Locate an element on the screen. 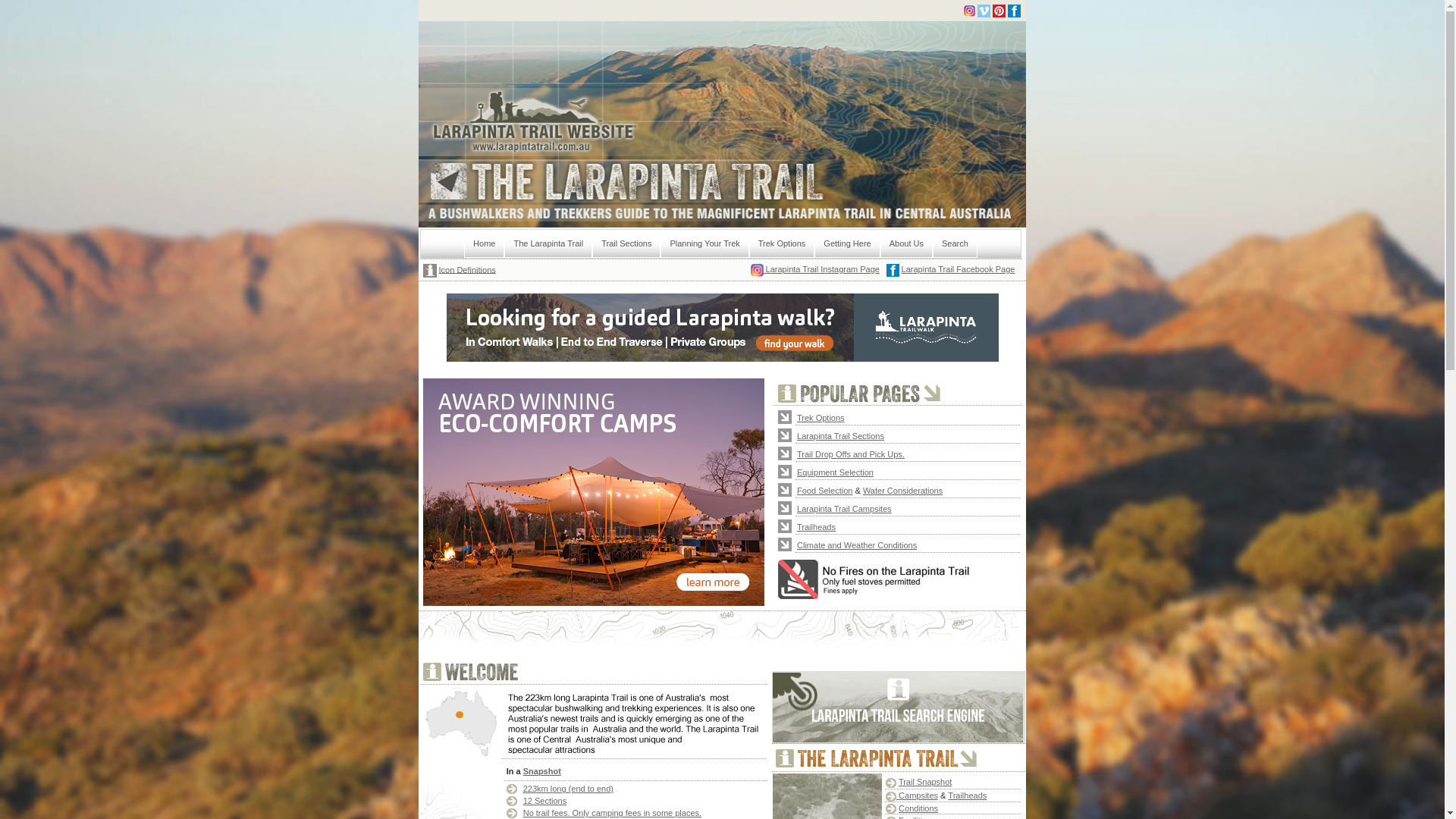 The width and height of the screenshot is (1456, 819). 'Larapinta Trail Facebook Page' is located at coordinates (957, 268).